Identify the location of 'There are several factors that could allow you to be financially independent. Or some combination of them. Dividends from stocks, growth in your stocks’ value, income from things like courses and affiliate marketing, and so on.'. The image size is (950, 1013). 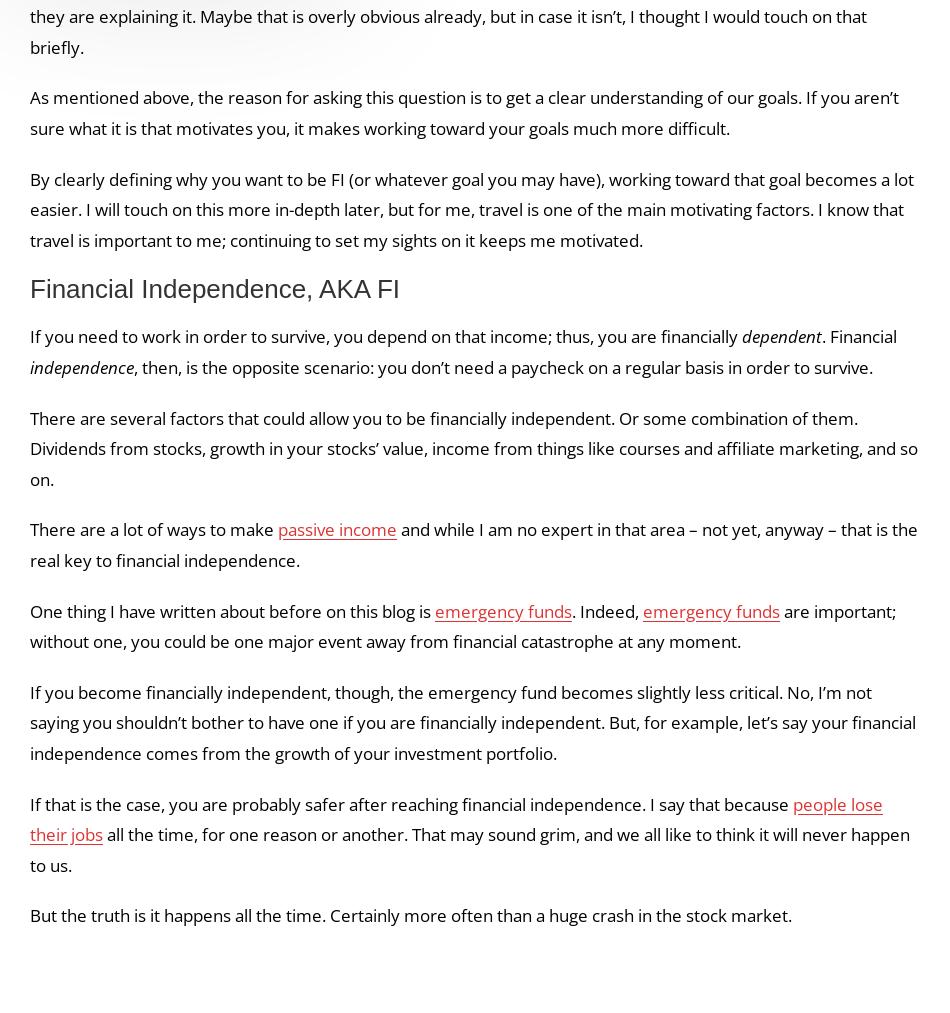
(30, 447).